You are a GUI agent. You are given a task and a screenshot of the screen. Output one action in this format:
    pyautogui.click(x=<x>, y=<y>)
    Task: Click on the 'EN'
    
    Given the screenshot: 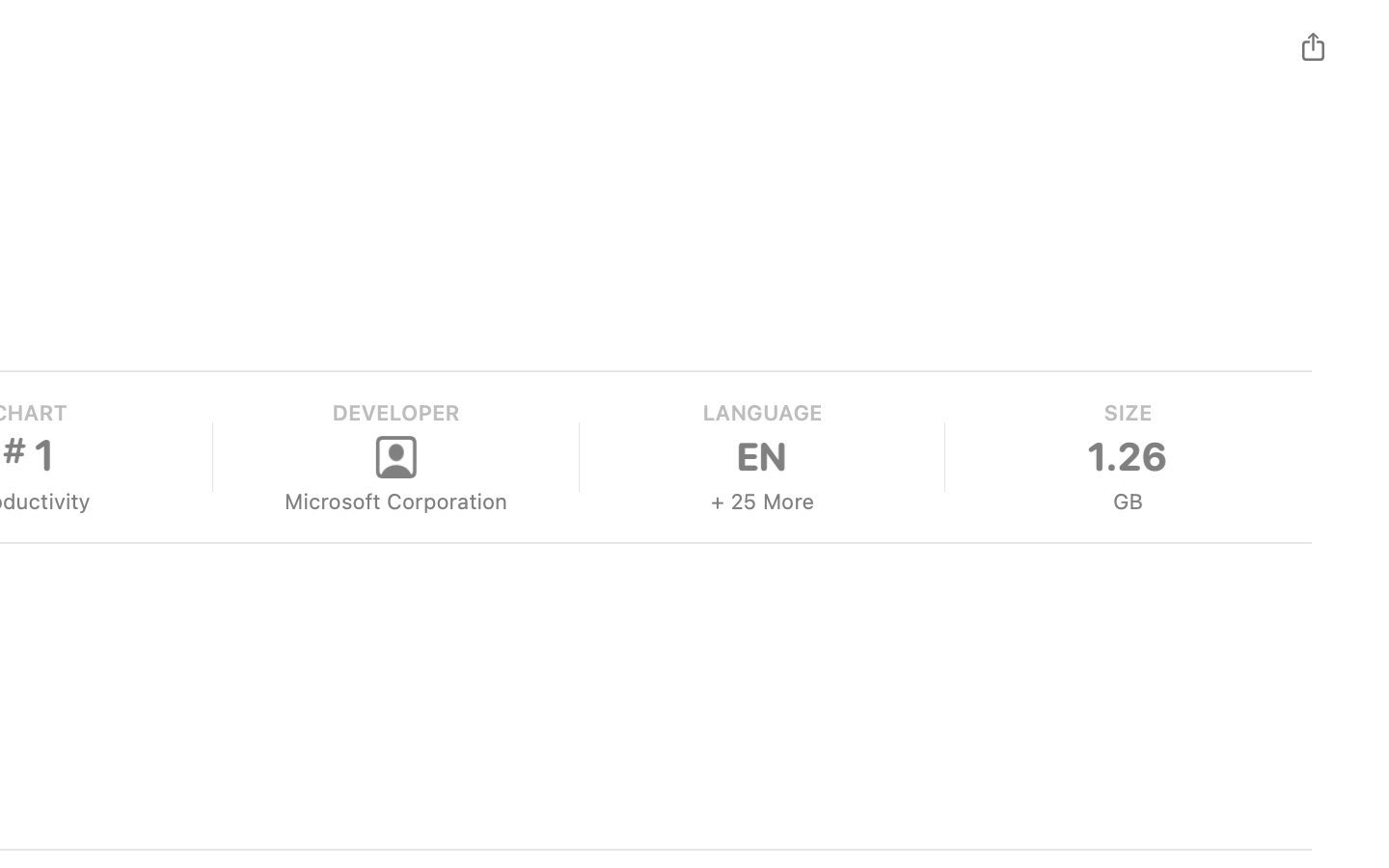 What is the action you would take?
    pyautogui.click(x=760, y=456)
    